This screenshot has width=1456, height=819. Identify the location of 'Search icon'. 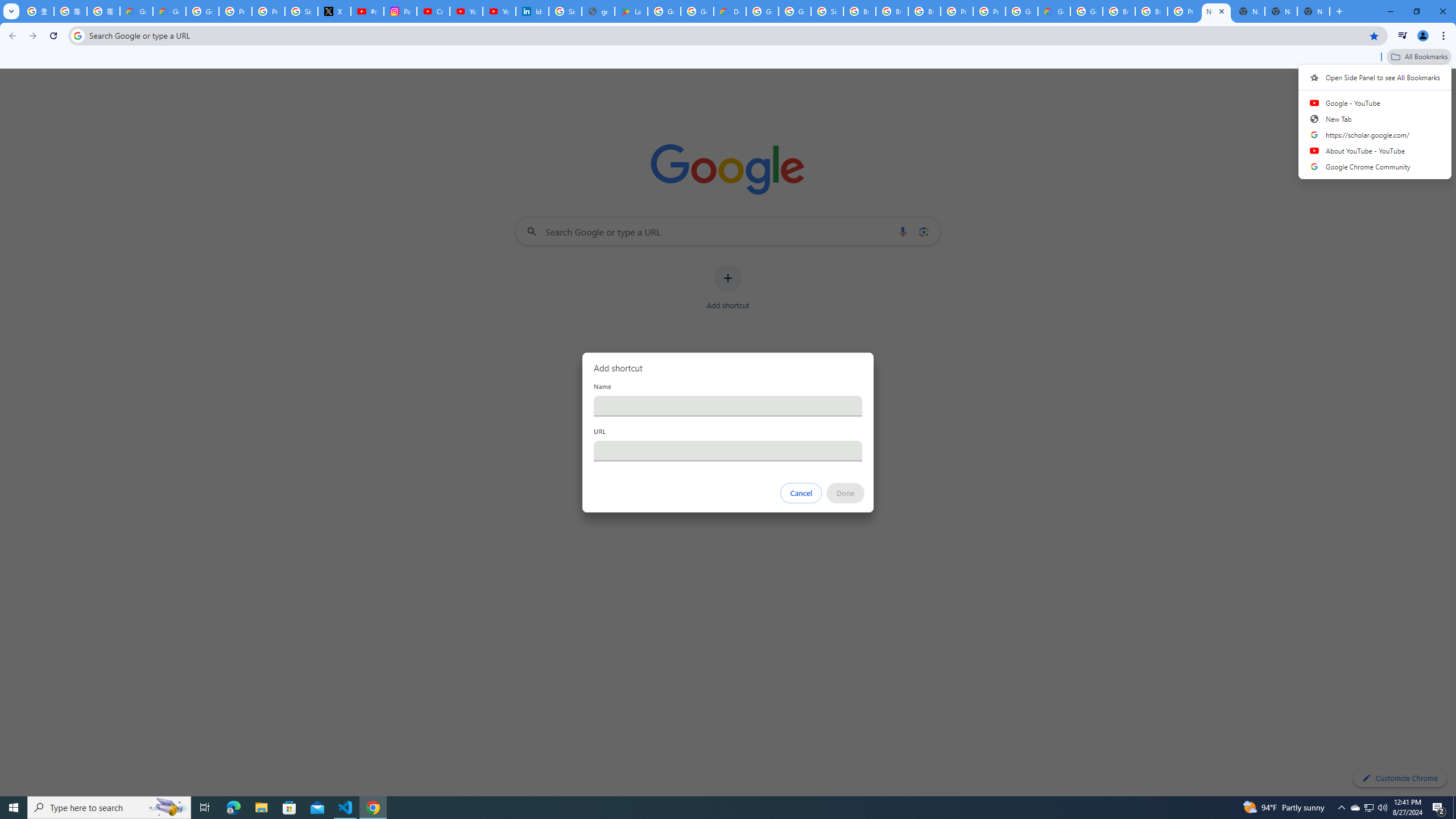
(77, 35).